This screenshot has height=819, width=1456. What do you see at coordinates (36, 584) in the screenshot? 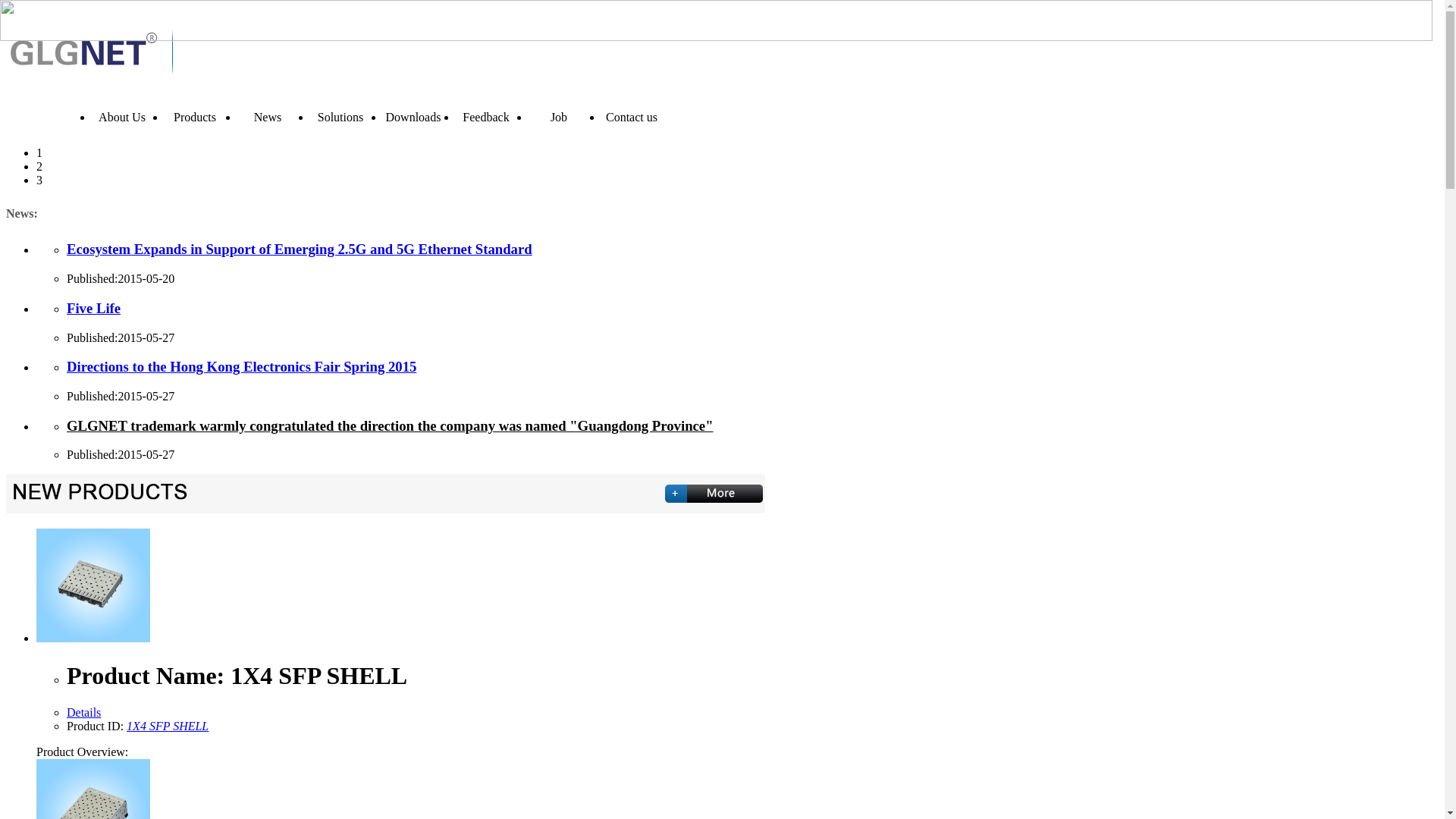
I see `'1X4 SFP SHELL'` at bounding box center [36, 584].